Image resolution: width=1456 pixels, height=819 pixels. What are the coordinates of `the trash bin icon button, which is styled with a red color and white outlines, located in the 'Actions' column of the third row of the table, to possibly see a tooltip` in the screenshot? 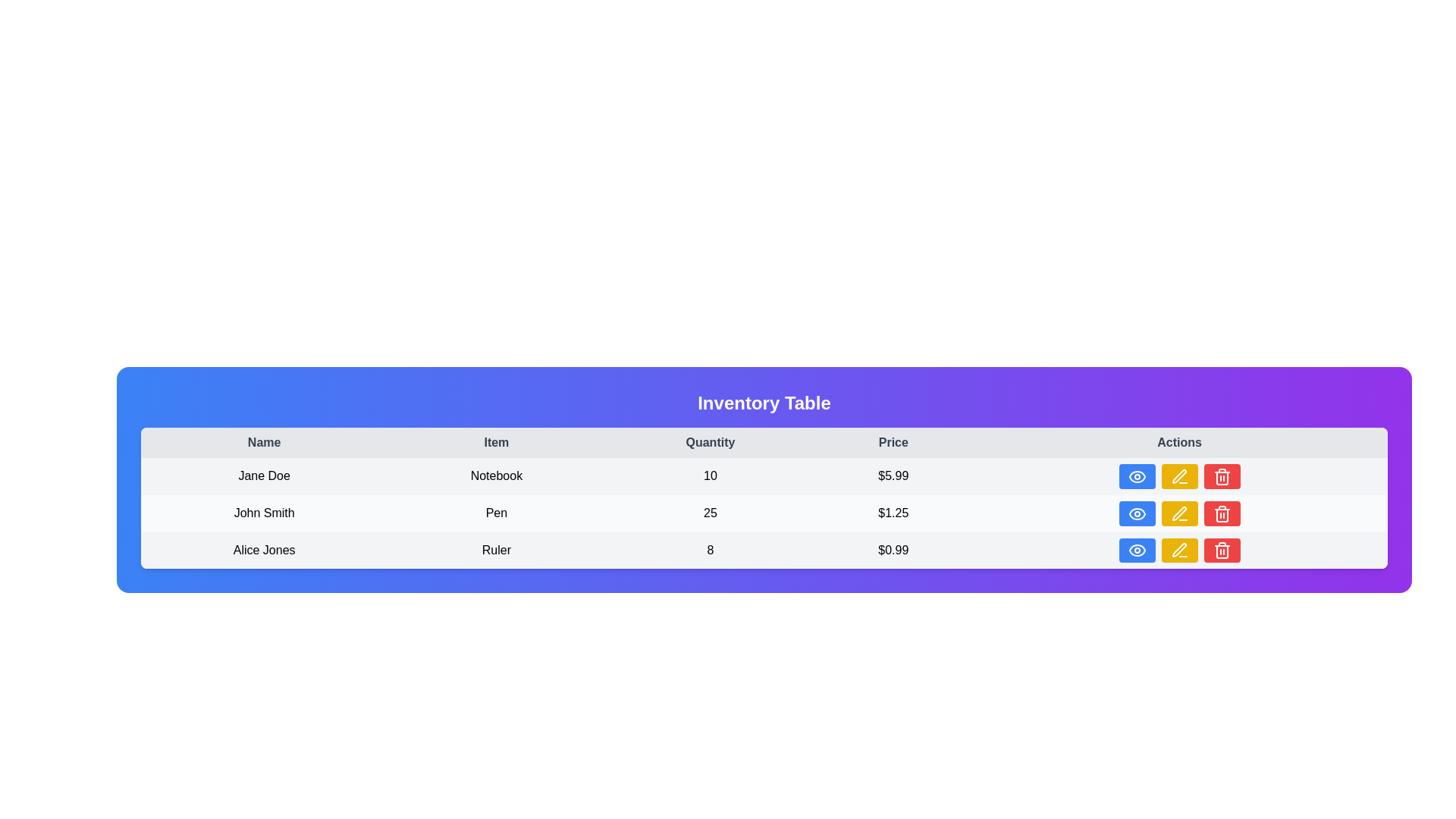 It's located at (1222, 513).